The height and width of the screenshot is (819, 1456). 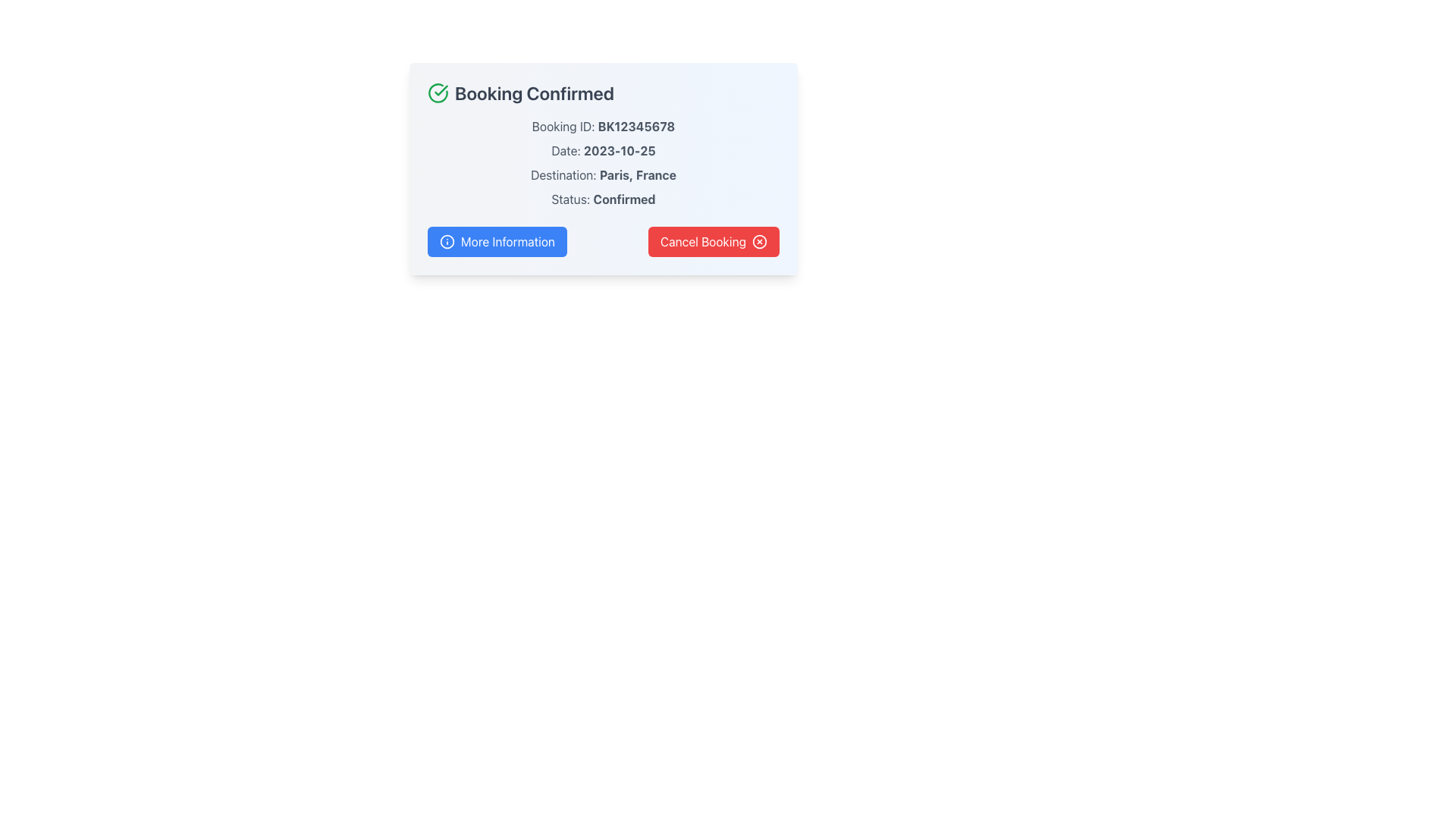 What do you see at coordinates (760, 241) in the screenshot?
I see `the cancel action icon located to the right of the text in the 'Cancel Booking' button` at bounding box center [760, 241].